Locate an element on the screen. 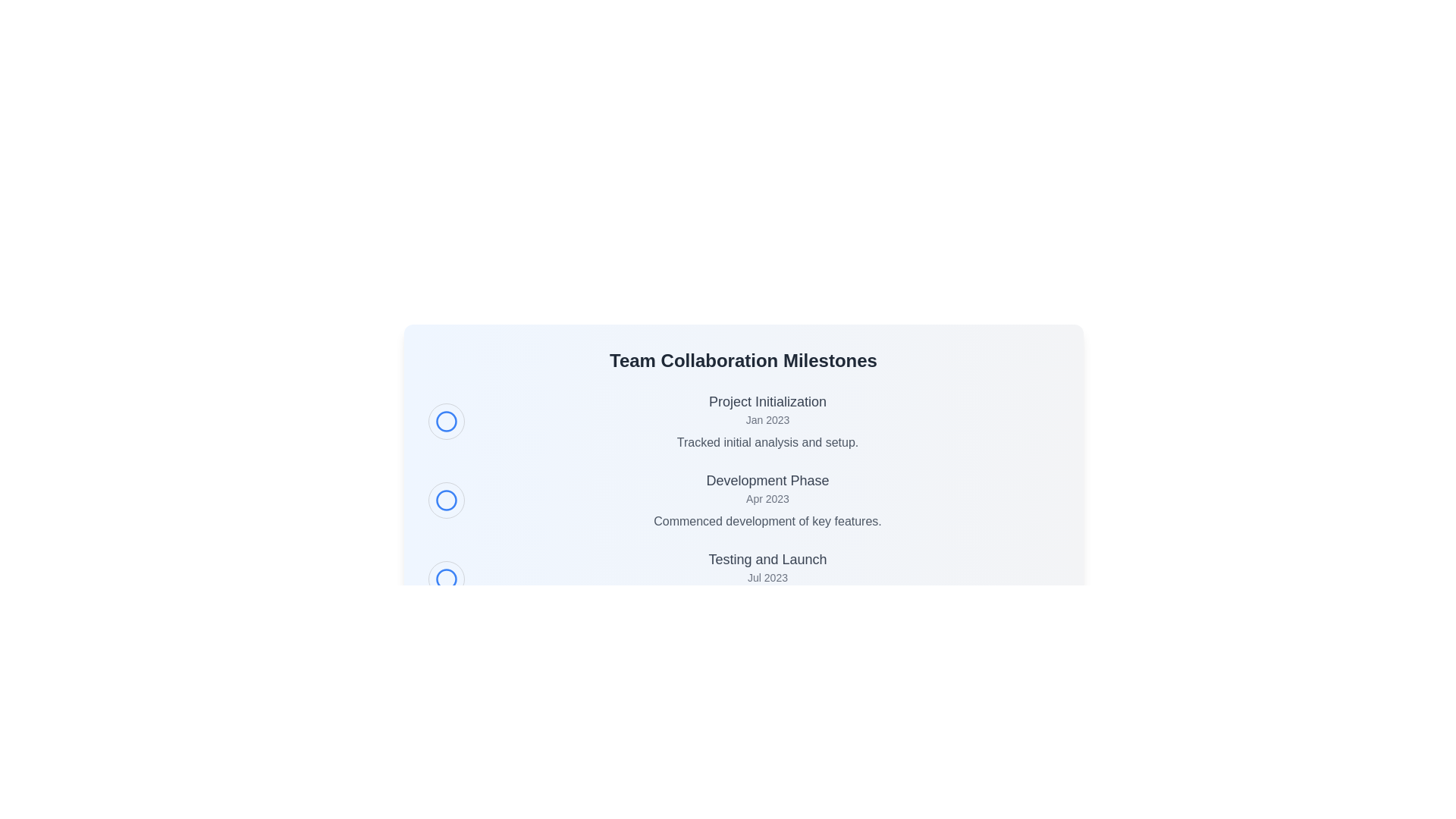  date displayed under the 'Development Phase' text in the milestones tracker is located at coordinates (767, 499).